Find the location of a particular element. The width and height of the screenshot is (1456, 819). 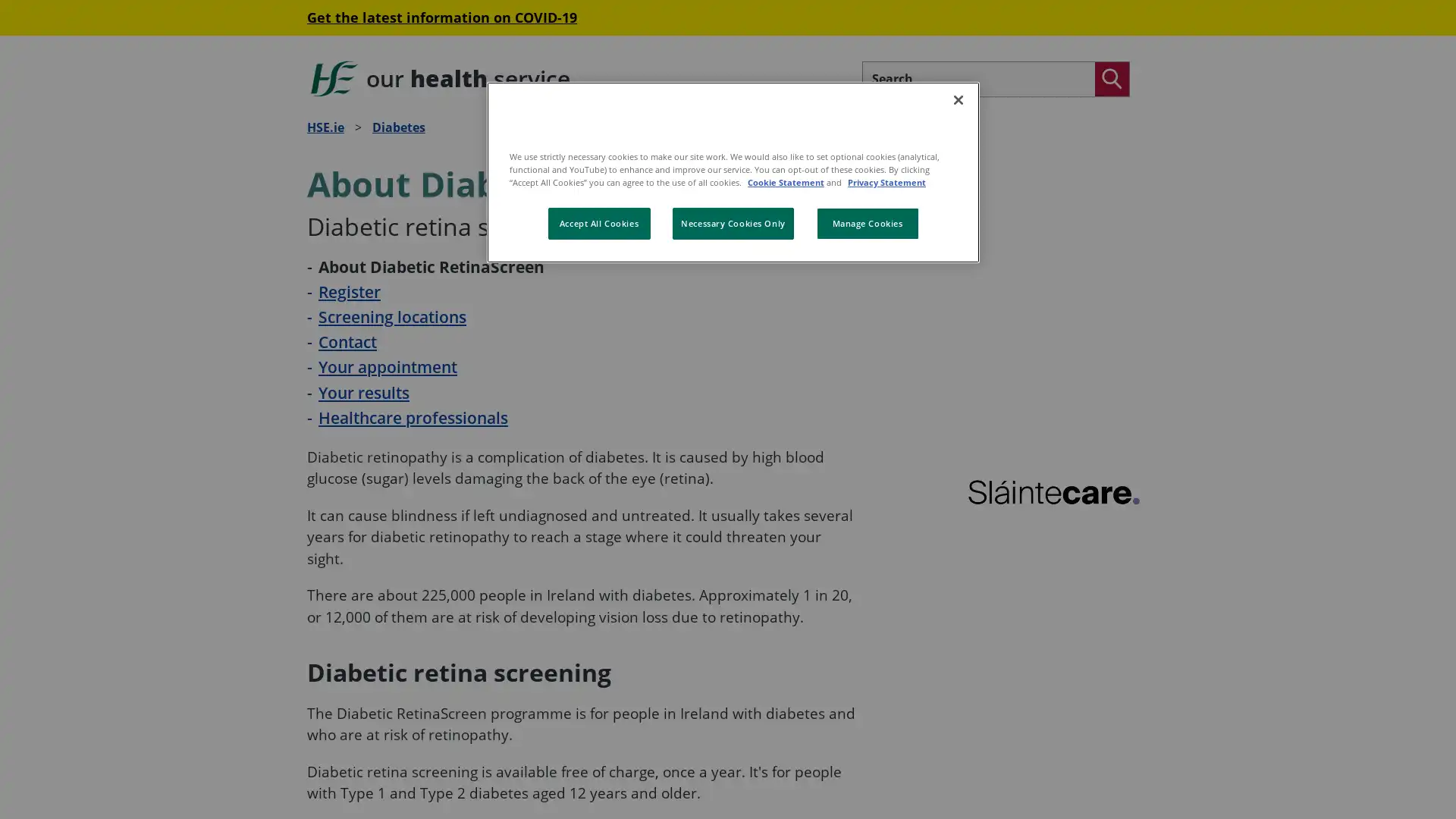

Accept All Cookies is located at coordinates (598, 223).